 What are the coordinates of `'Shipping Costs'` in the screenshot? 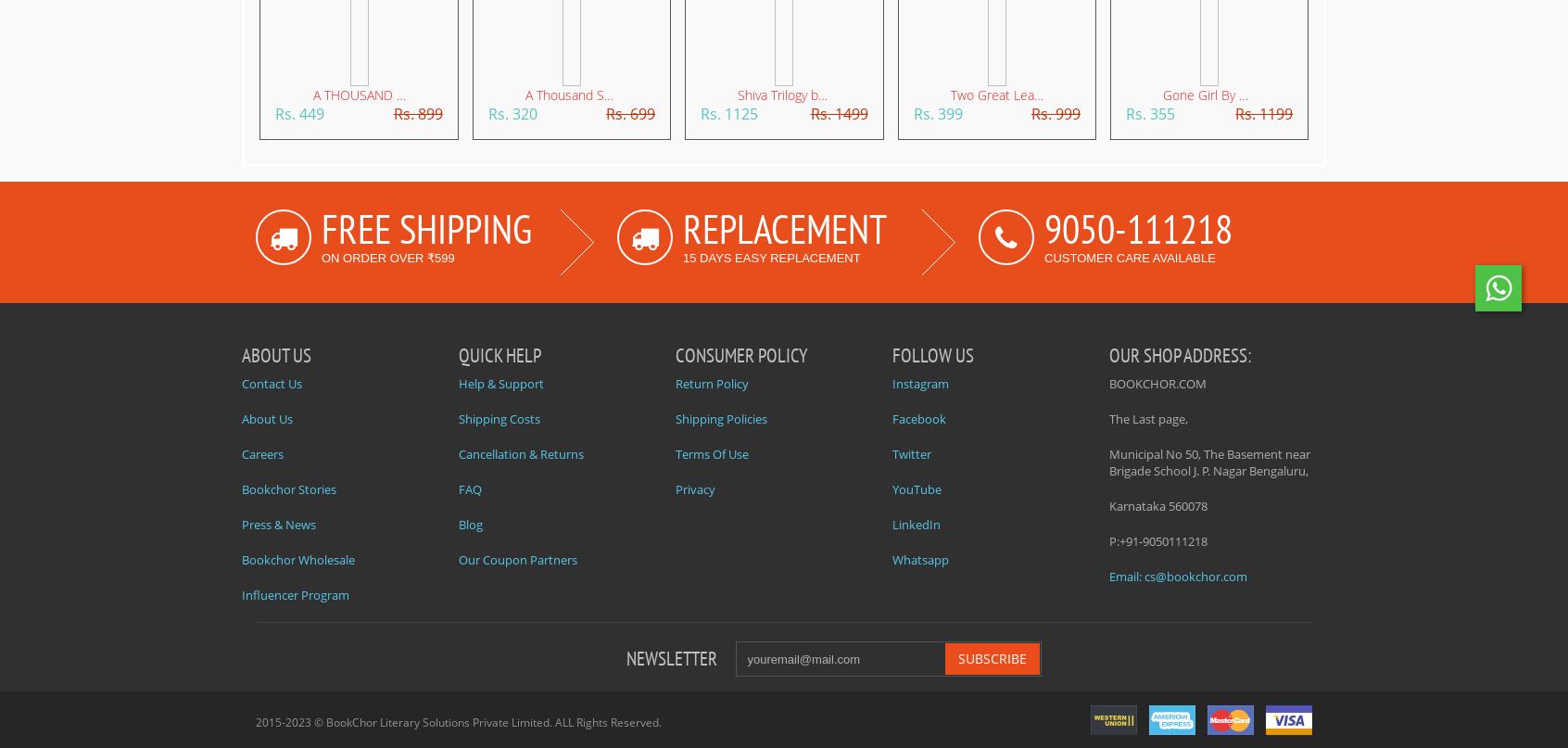 It's located at (459, 418).